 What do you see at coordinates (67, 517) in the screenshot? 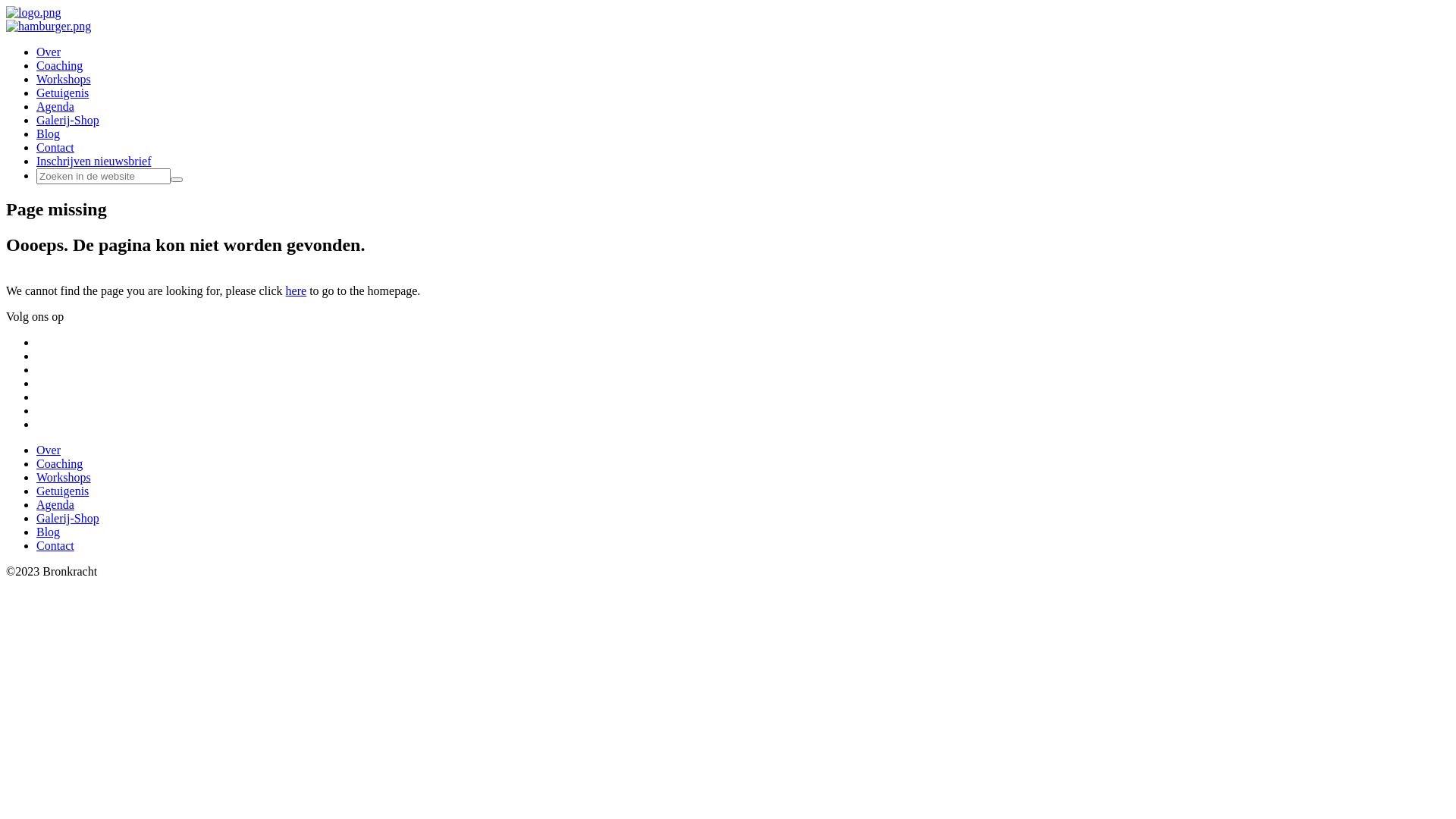
I see `'Galerij-Shop'` at bounding box center [67, 517].